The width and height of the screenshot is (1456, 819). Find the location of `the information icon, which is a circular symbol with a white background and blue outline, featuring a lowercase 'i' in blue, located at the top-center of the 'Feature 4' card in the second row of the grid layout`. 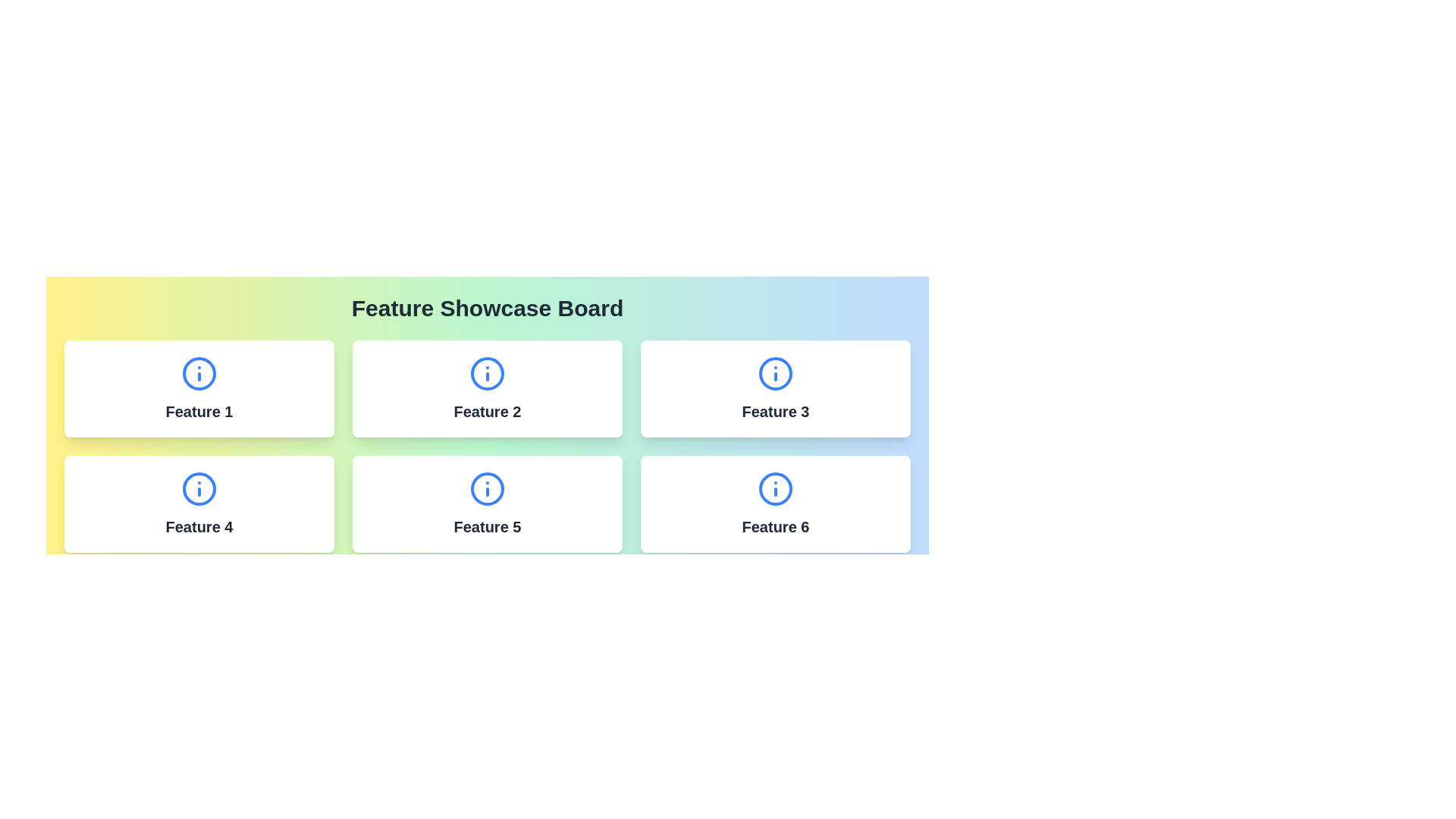

the information icon, which is a circular symbol with a white background and blue outline, featuring a lowercase 'i' in blue, located at the top-center of the 'Feature 4' card in the second row of the grid layout is located at coordinates (199, 488).